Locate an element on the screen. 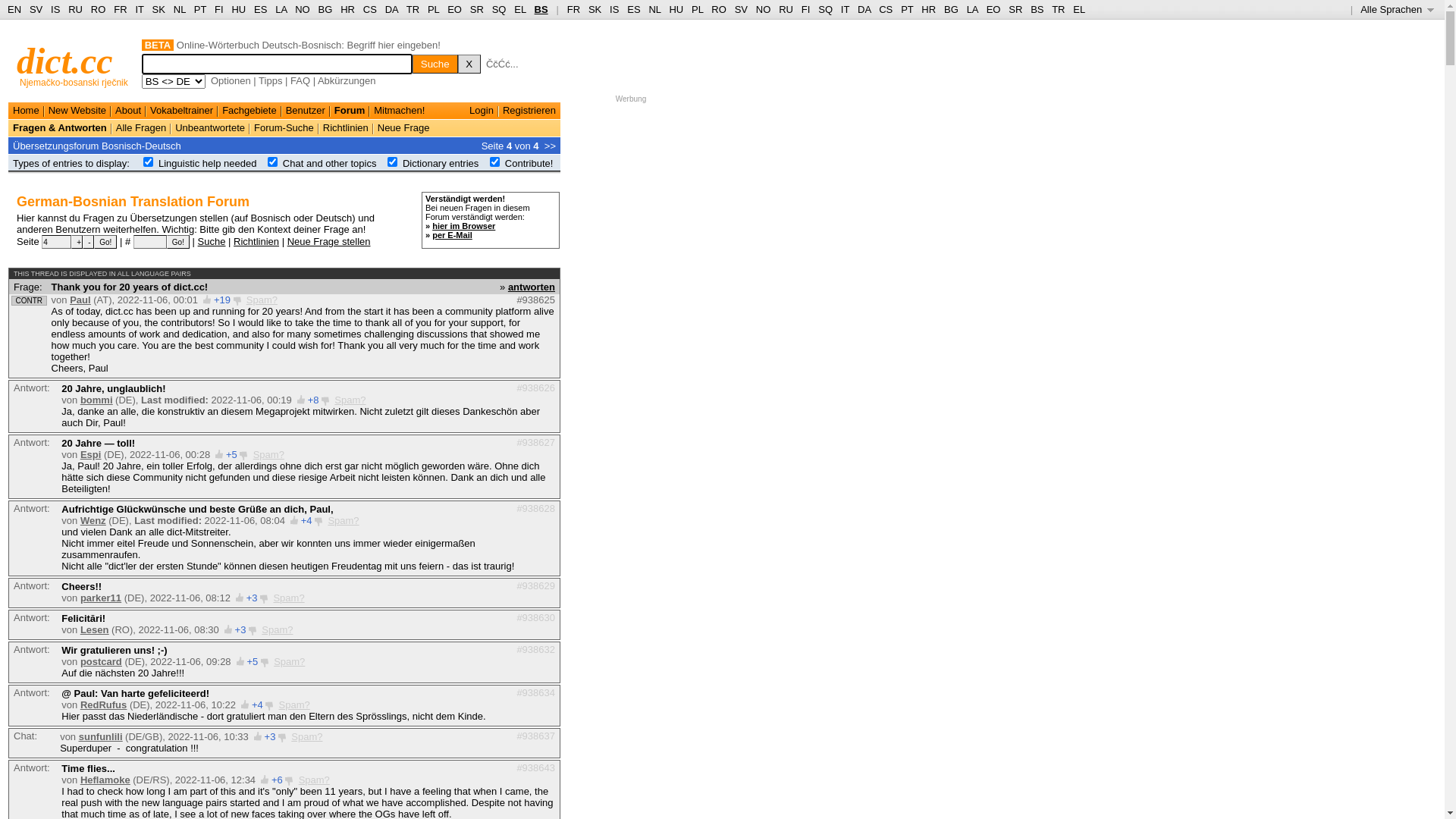 This screenshot has height=819, width=1456. 'Alle Sprachen ' is located at coordinates (1396, 9).